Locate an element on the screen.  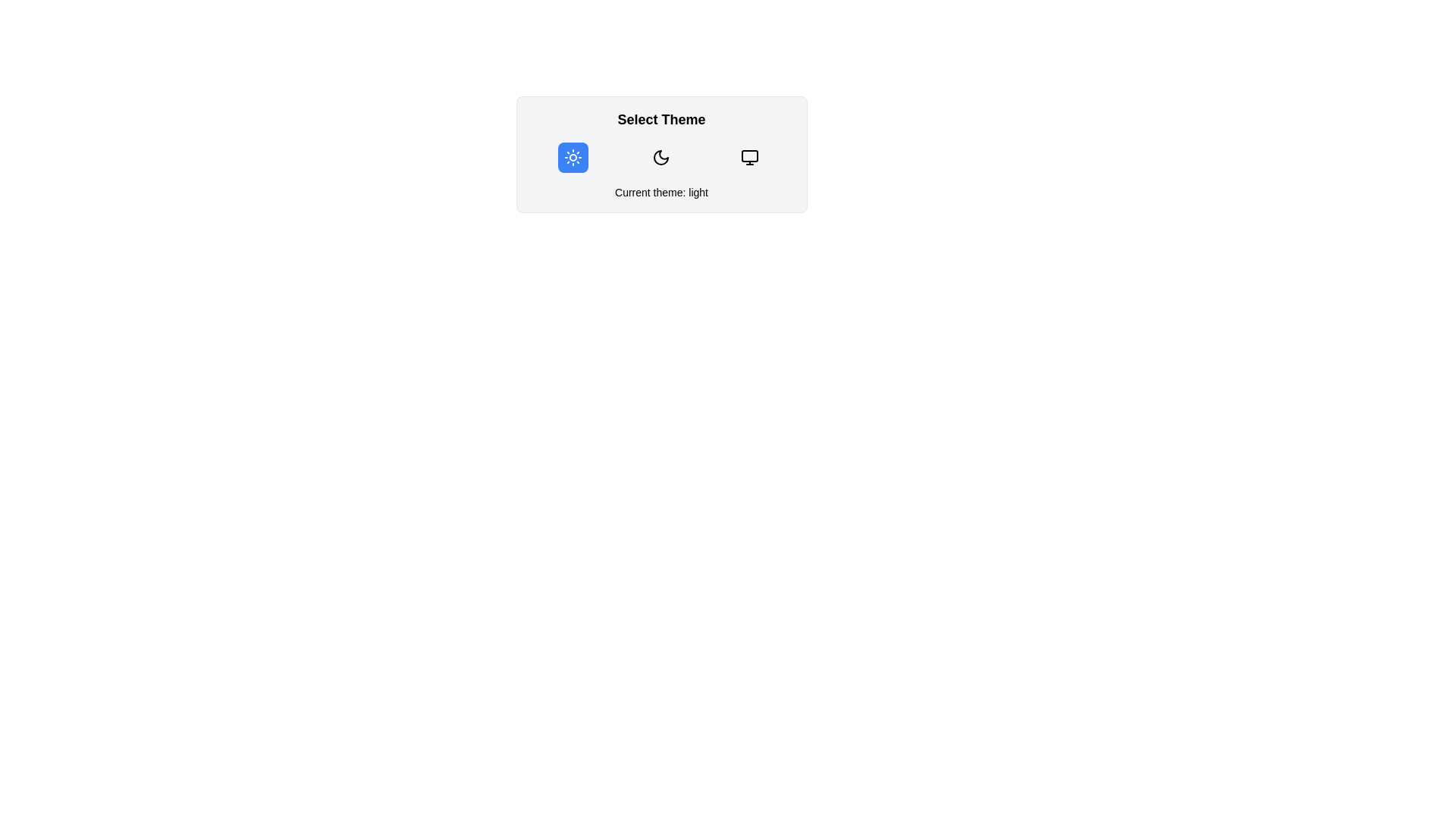
the blue rounded rectangle button with a white sun icon located in the theme selection interface is located at coordinates (572, 158).